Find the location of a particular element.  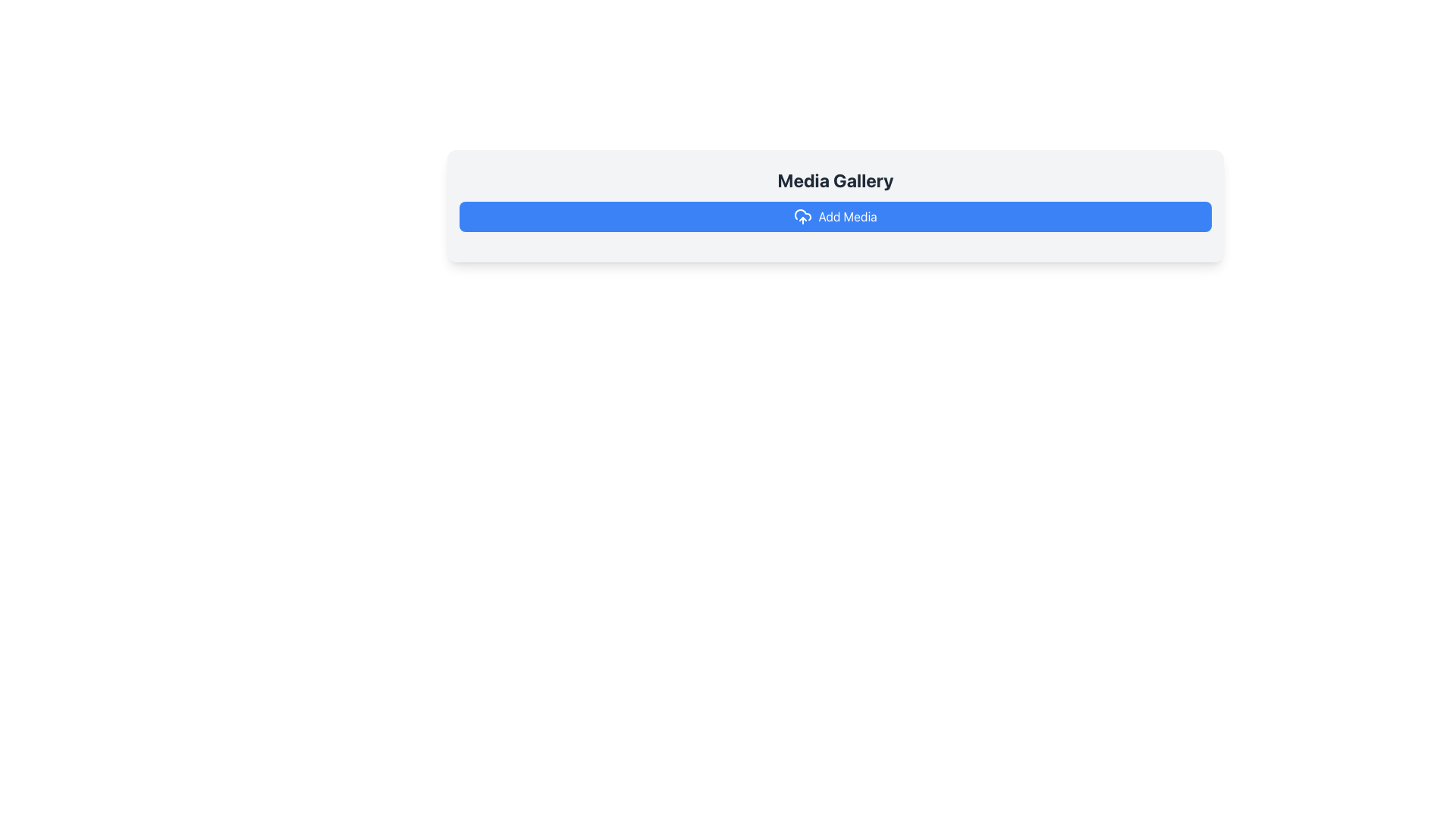

the 'Add Media' button which includes a cloud icon with an upward arrow, positioned to the left of the button's text is located at coordinates (802, 216).